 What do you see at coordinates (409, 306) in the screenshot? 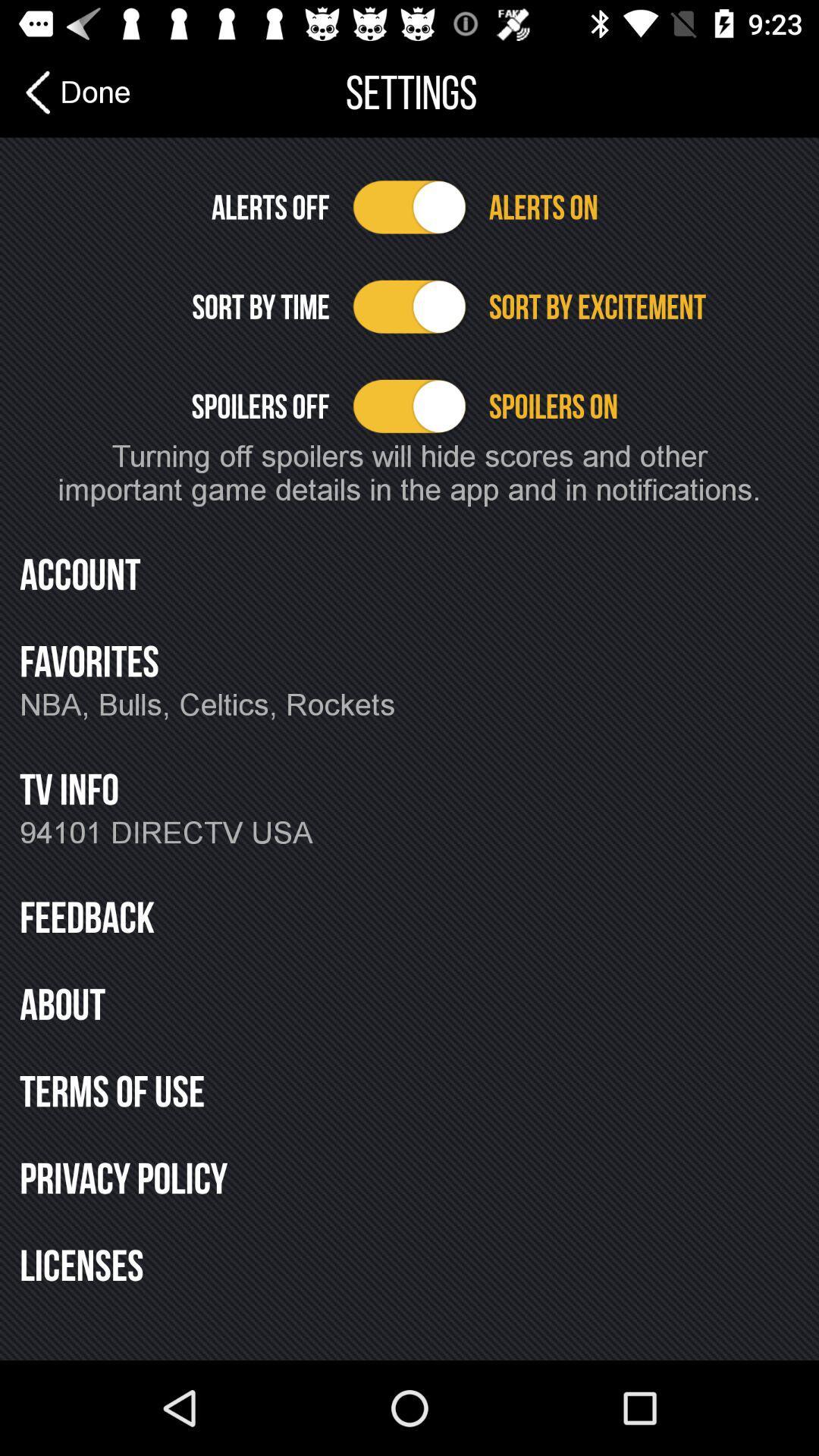
I see `sort by time/excitement` at bounding box center [409, 306].